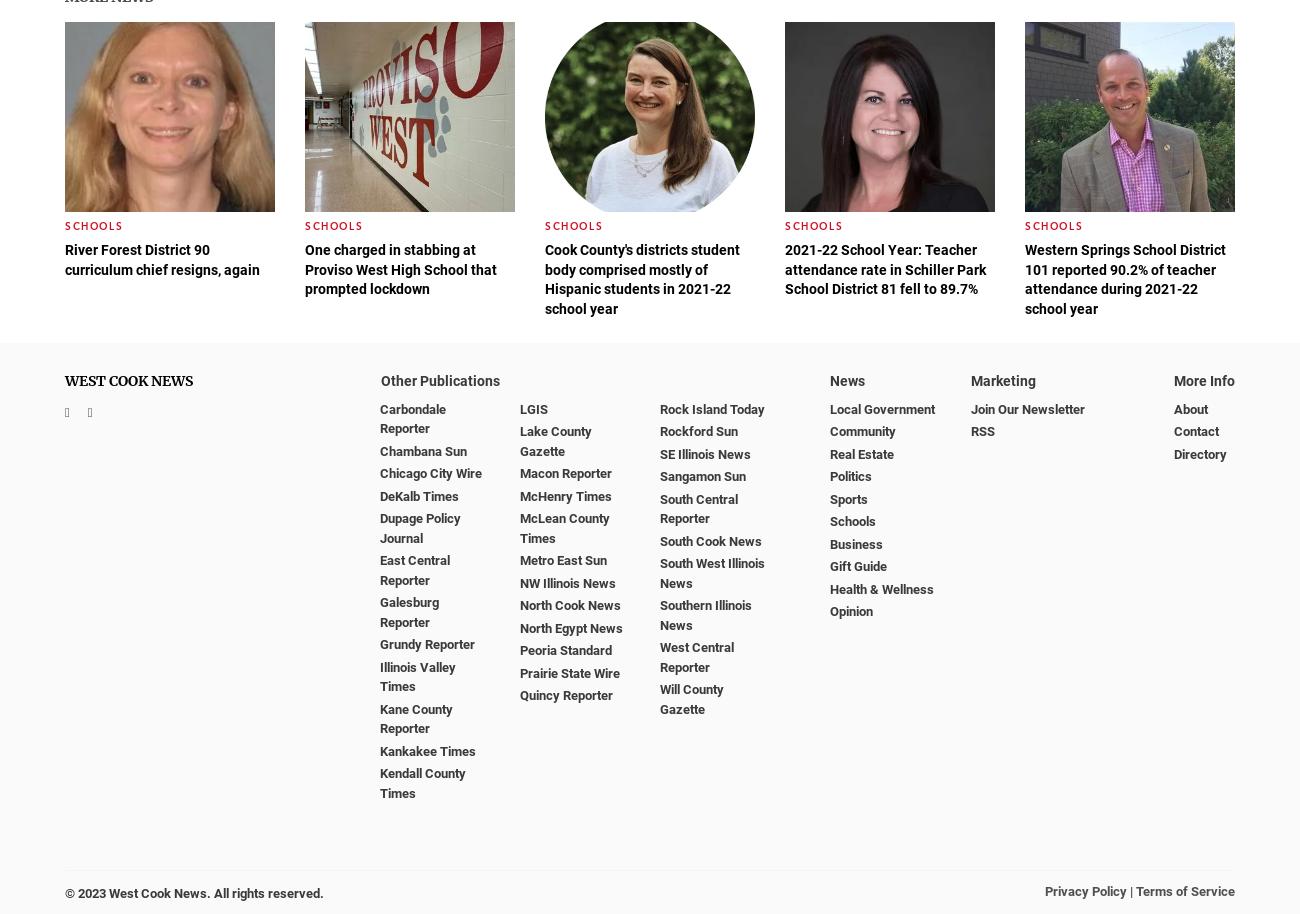 This screenshot has width=1300, height=914. Describe the element at coordinates (562, 527) in the screenshot. I see `'McLean County Times'` at that location.